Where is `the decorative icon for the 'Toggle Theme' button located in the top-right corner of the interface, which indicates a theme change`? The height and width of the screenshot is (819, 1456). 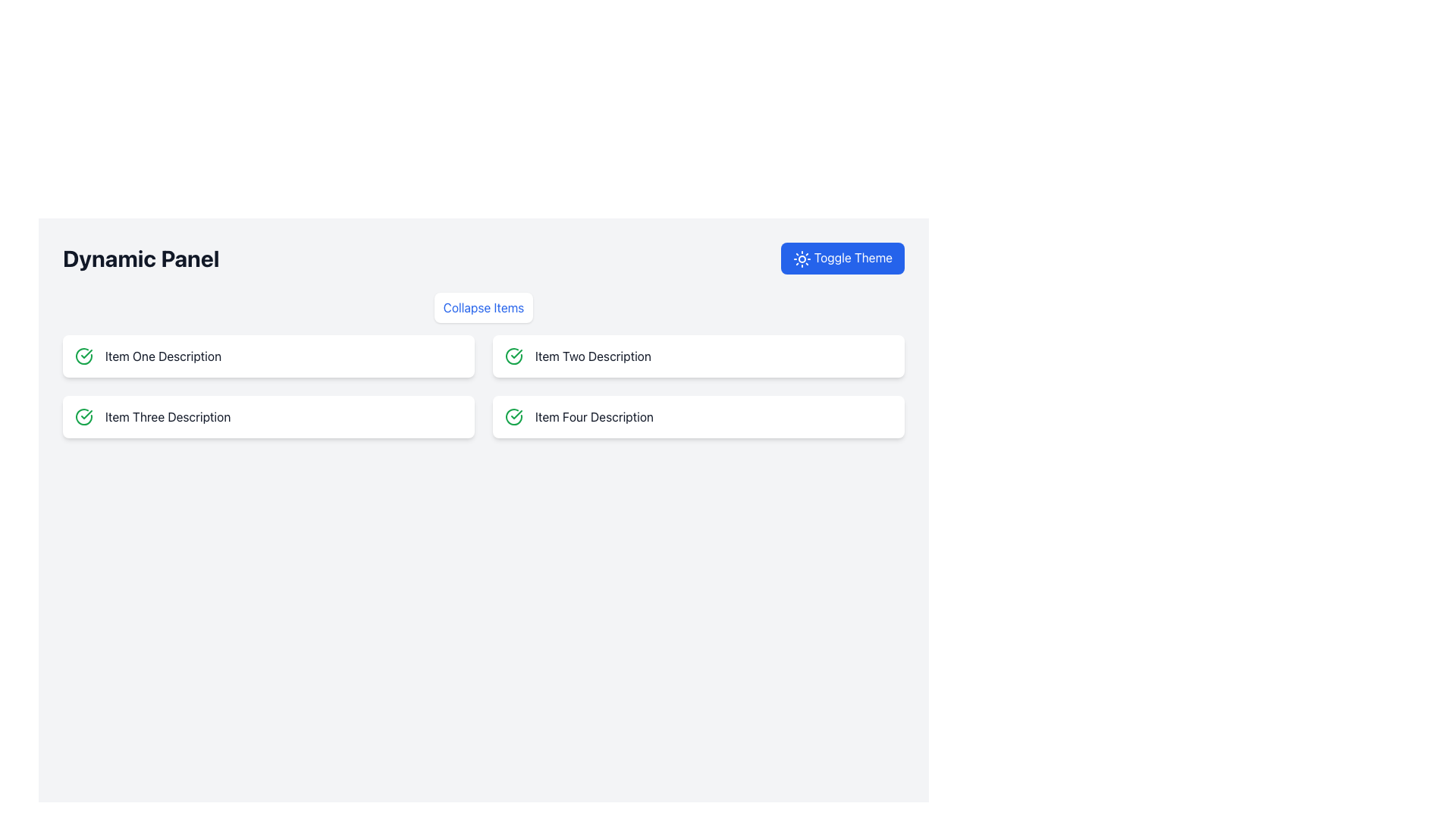
the decorative icon for the 'Toggle Theme' button located in the top-right corner of the interface, which indicates a theme change is located at coordinates (801, 258).